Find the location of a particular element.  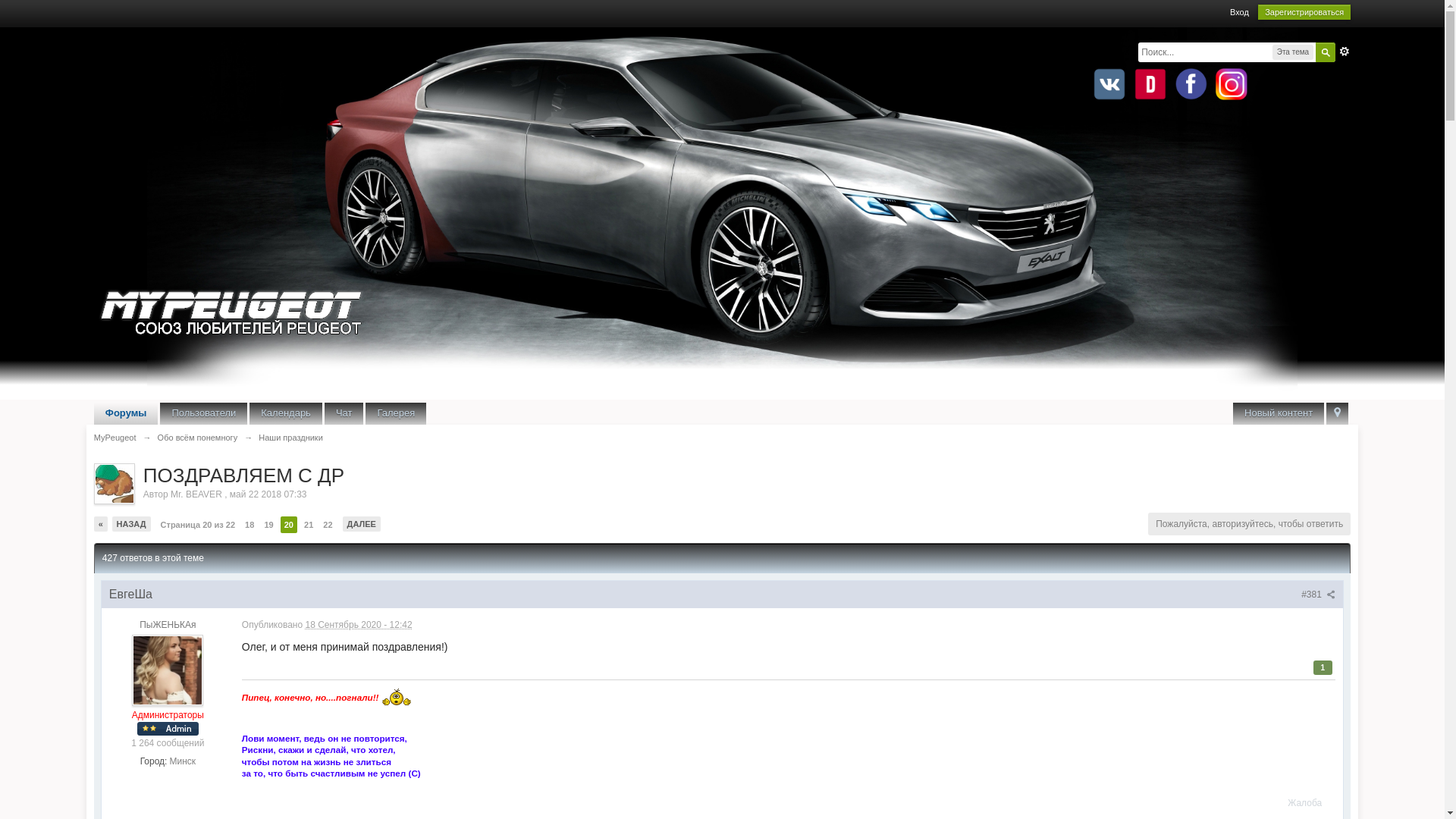

'22' is located at coordinates (327, 523).